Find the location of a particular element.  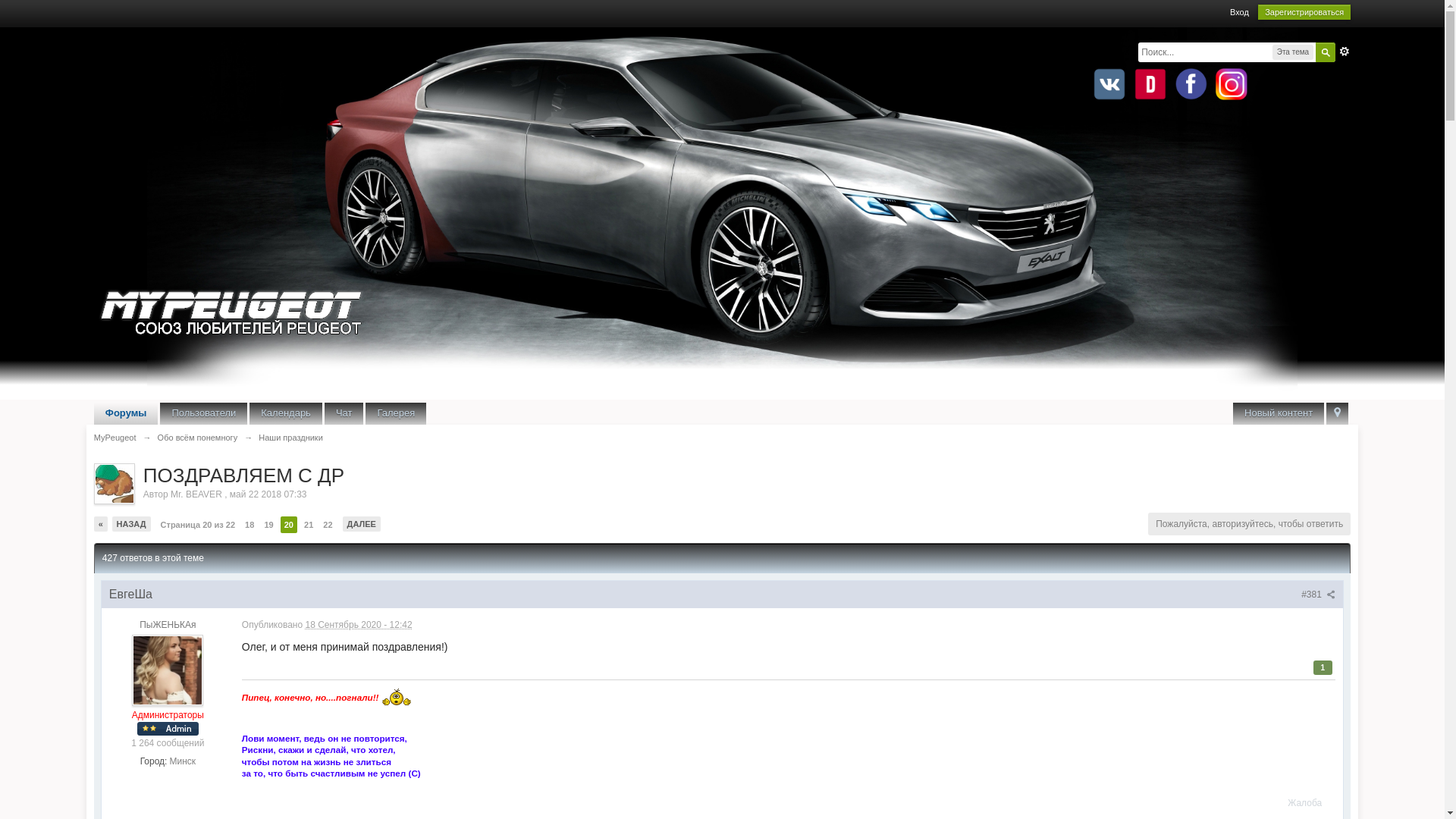

'22' is located at coordinates (327, 523).